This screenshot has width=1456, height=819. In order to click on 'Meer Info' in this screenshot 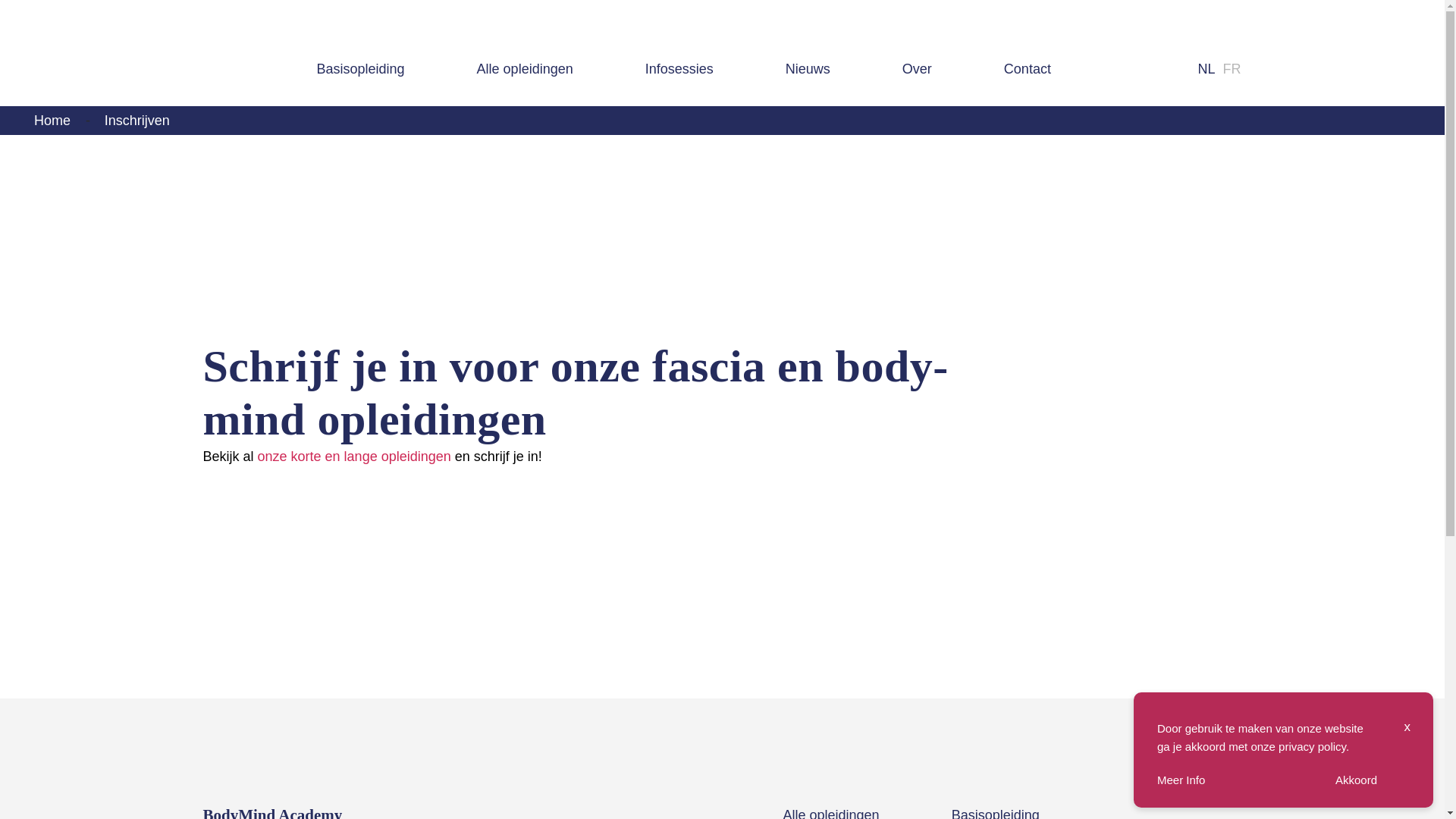, I will do `click(1180, 780)`.